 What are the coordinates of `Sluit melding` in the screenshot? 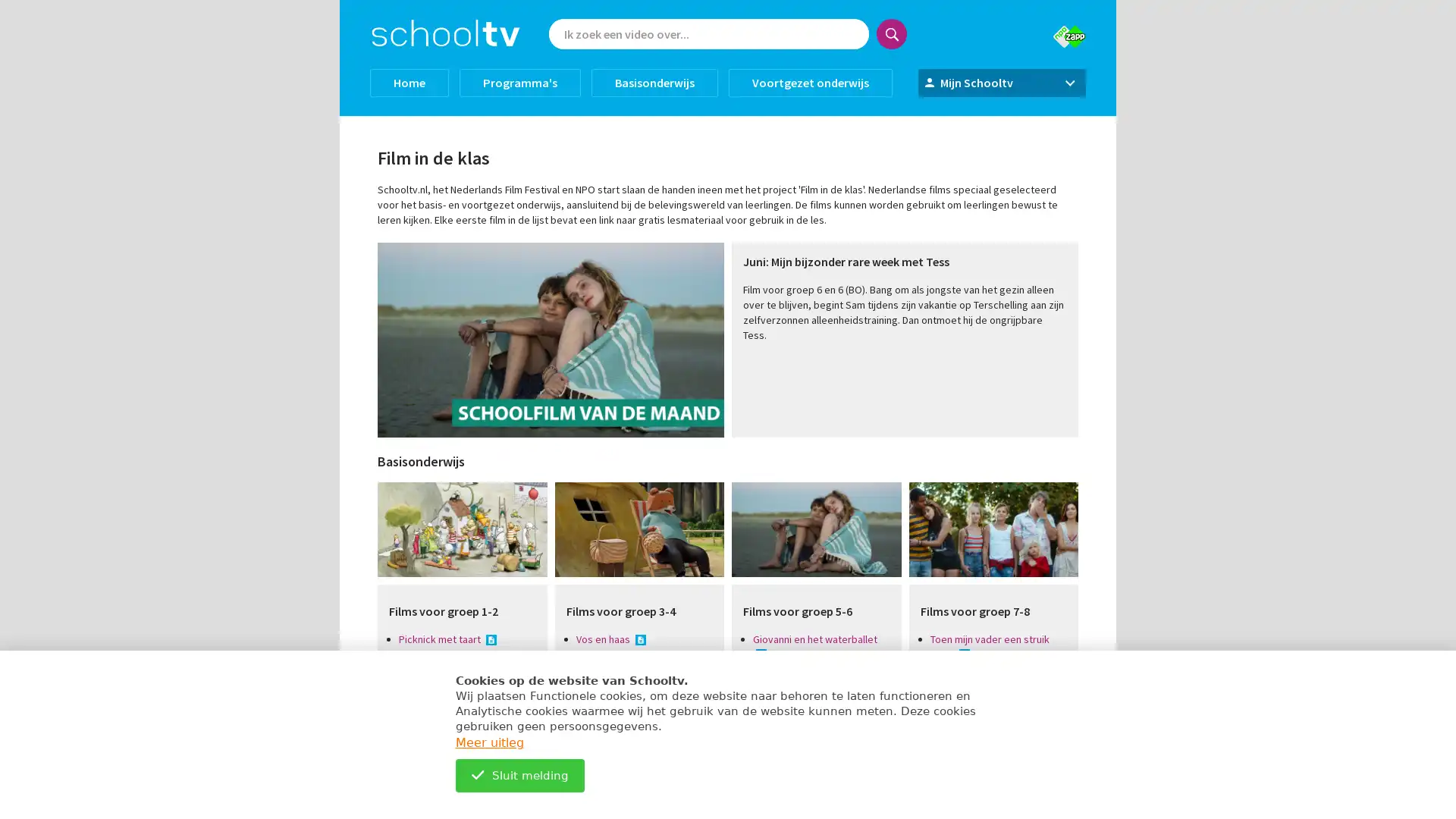 It's located at (519, 775).